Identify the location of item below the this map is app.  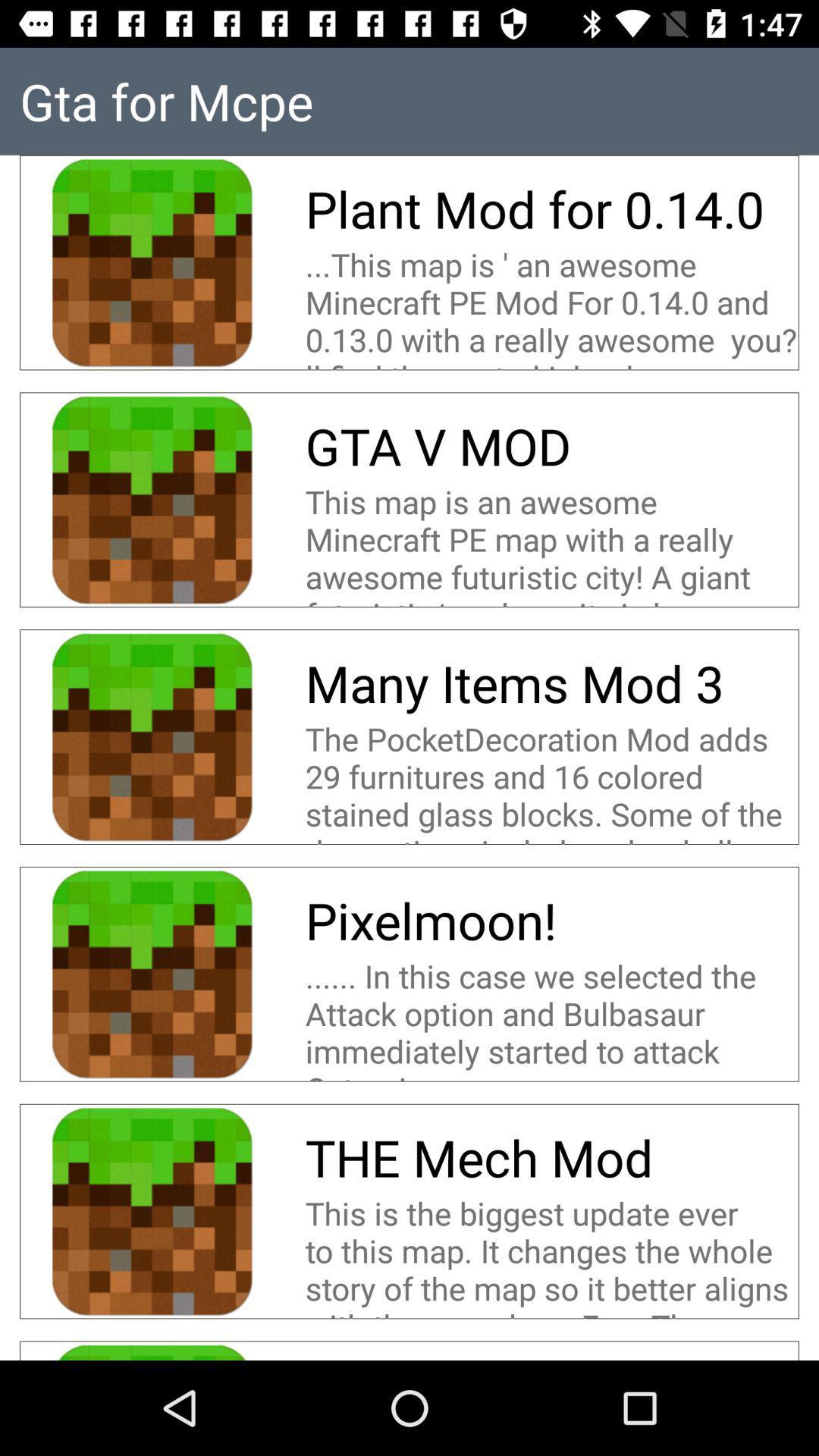
(519, 682).